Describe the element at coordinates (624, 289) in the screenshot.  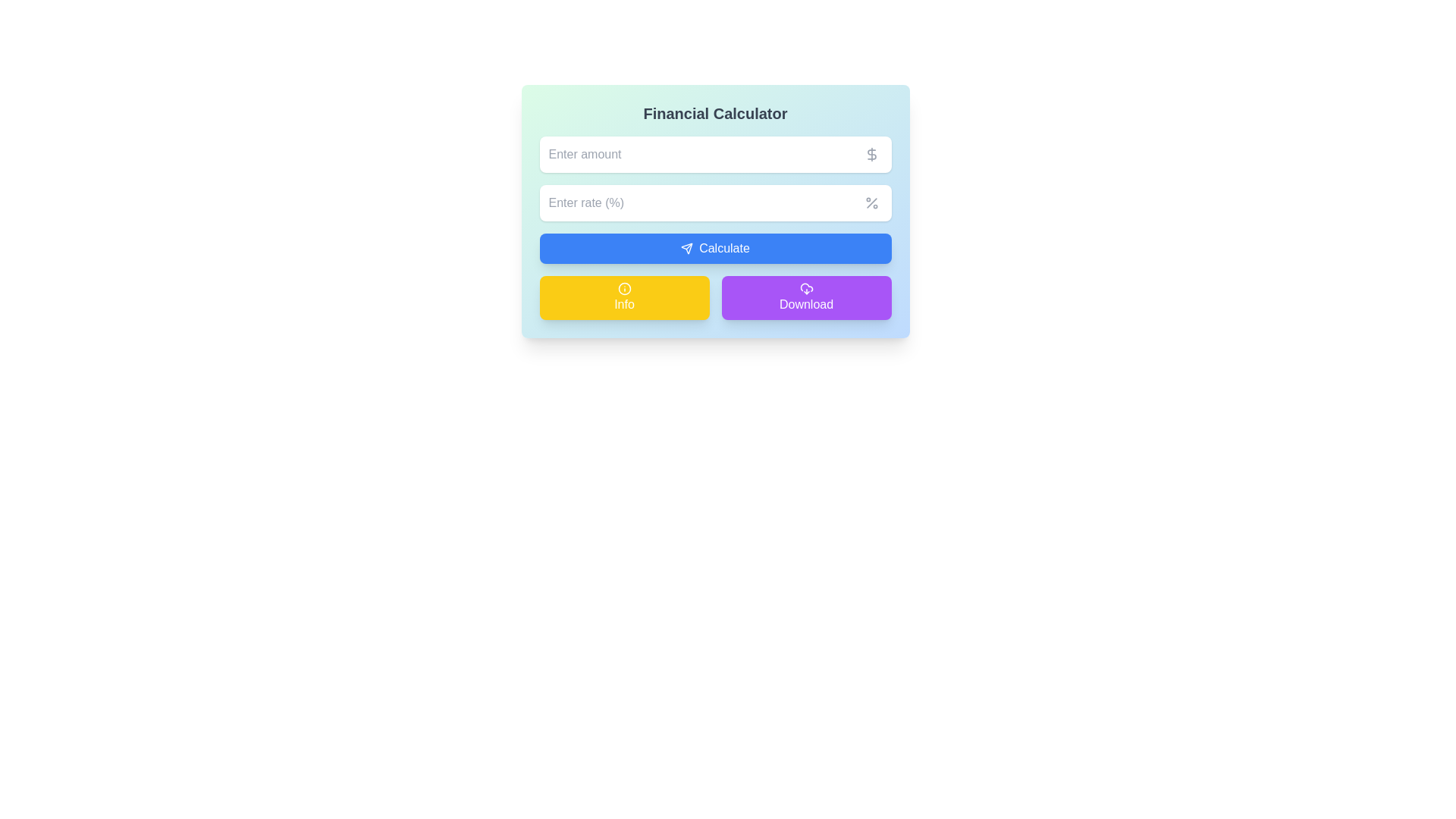
I see `the decorative circle within the 'info' icon located in the 'Info' button at the bottom-left of the button row` at that location.